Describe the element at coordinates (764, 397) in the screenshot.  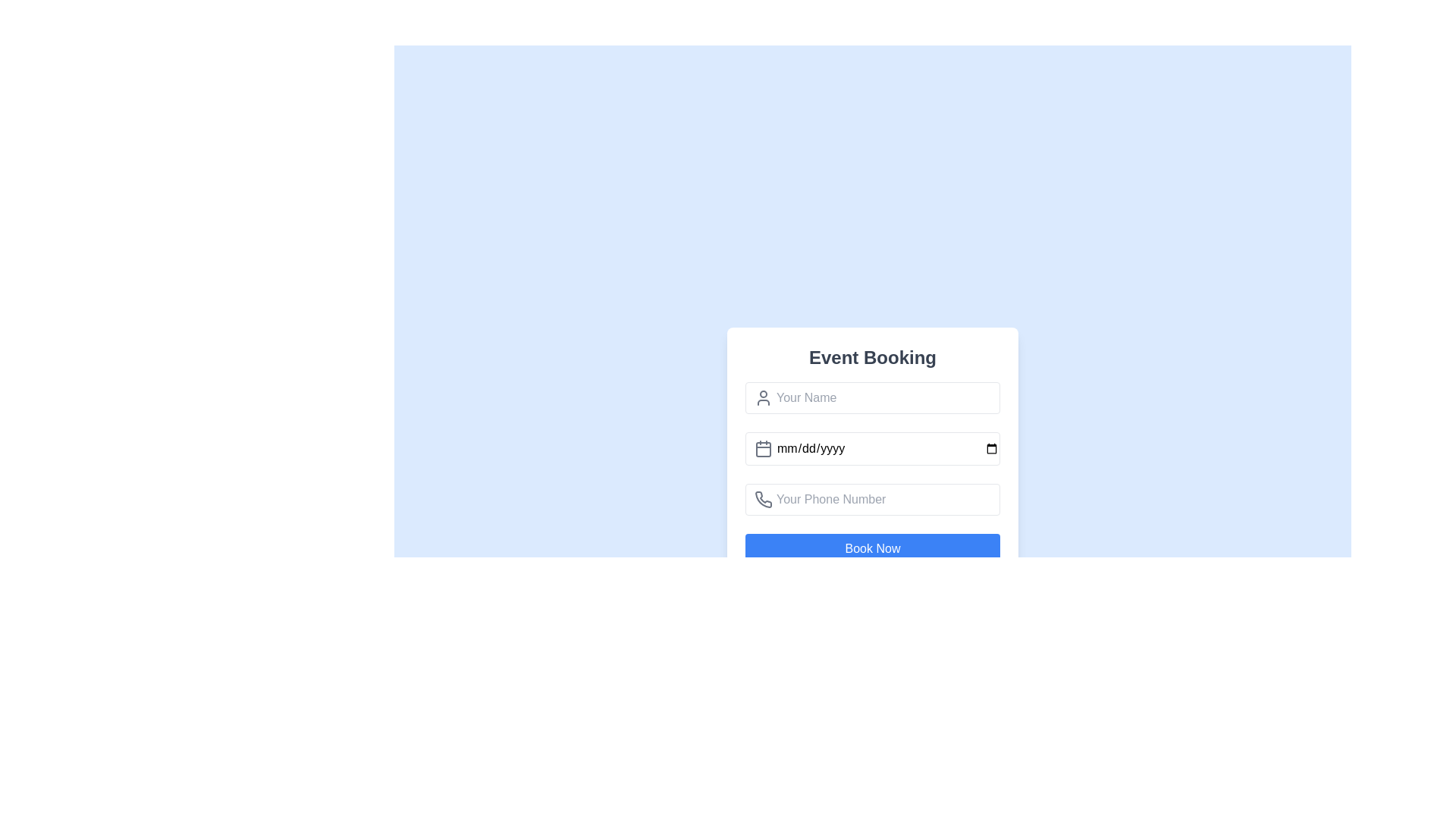
I see `the user silhouette icon located at the far-left side of the 'Your Name' input field in the 'Event Booking' form` at that location.